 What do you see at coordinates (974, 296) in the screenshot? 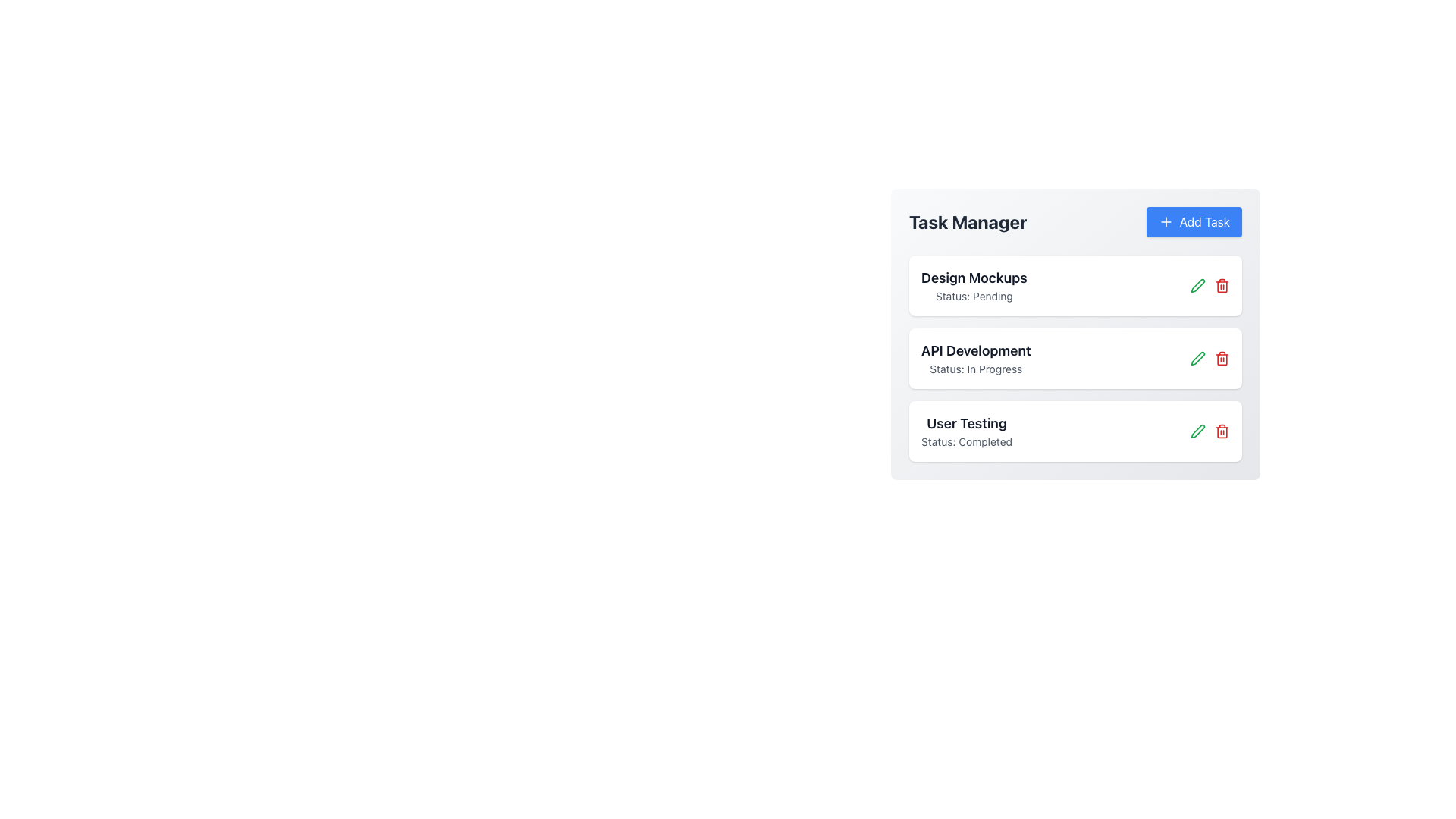
I see `the Text Label that indicates the current status of the task, positioned directly below the boldened task title 'Design Mockups'` at bounding box center [974, 296].